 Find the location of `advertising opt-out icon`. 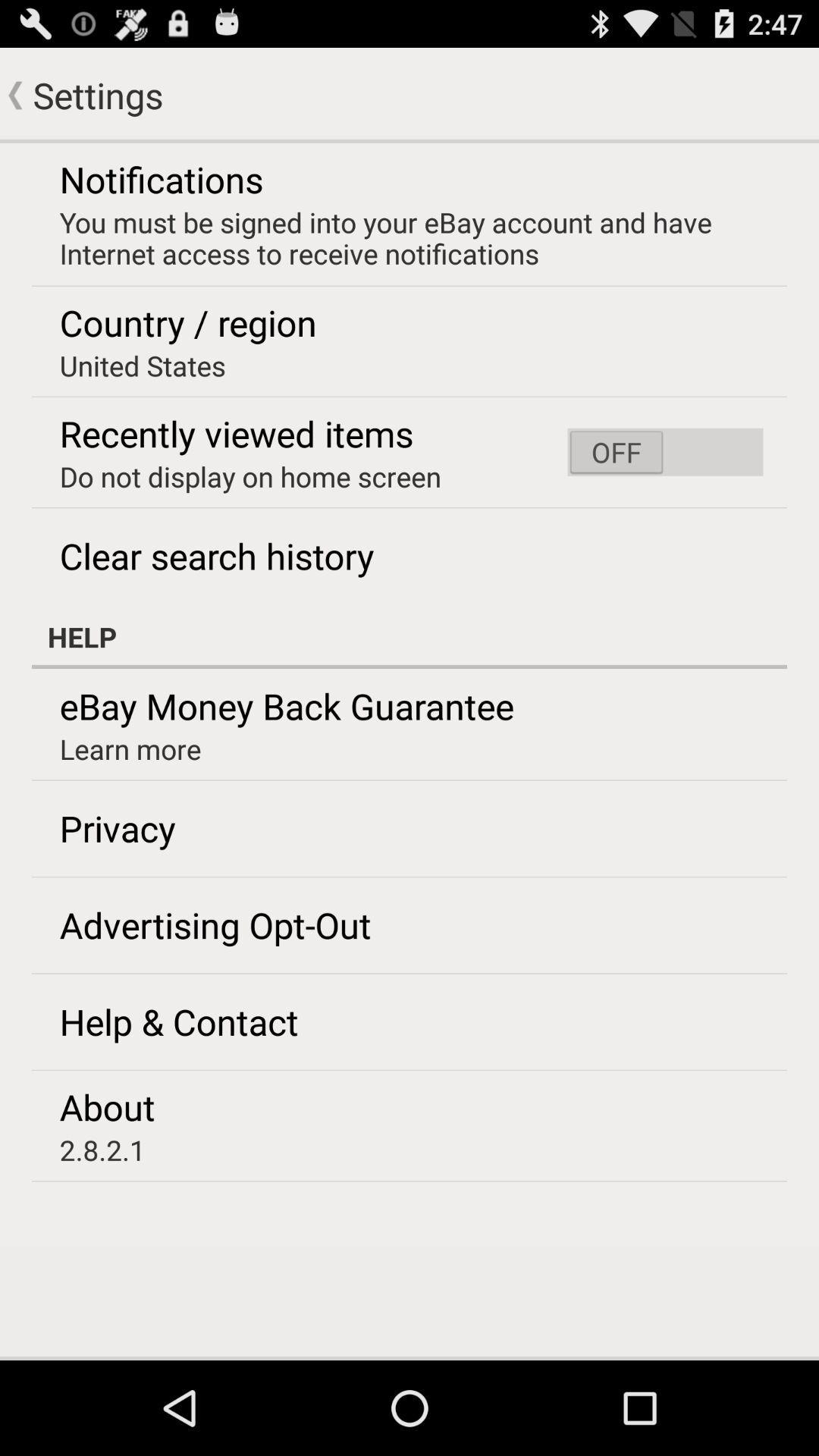

advertising opt-out icon is located at coordinates (215, 924).